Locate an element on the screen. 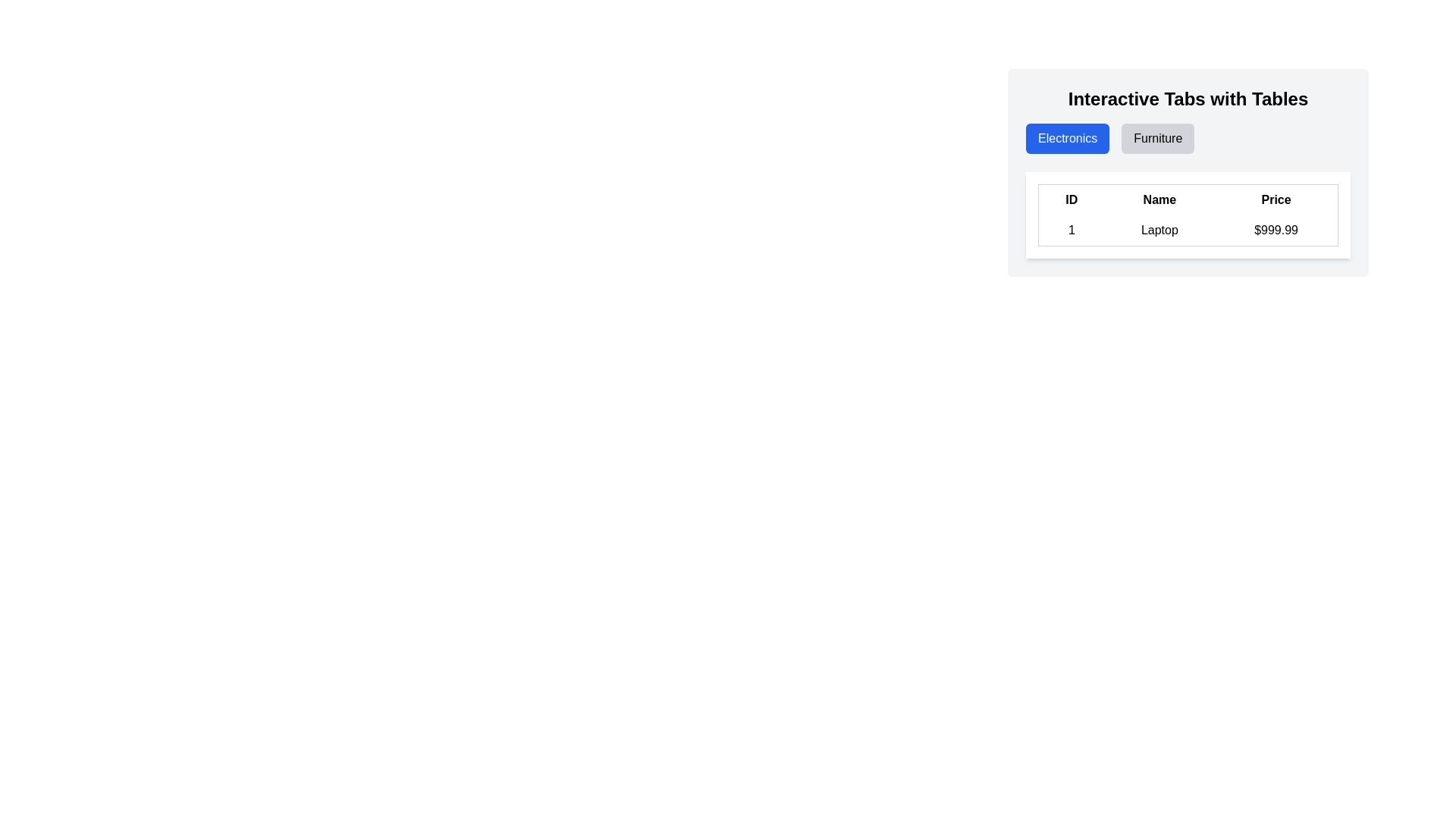  the 'Electronics' button is located at coordinates (1067, 138).